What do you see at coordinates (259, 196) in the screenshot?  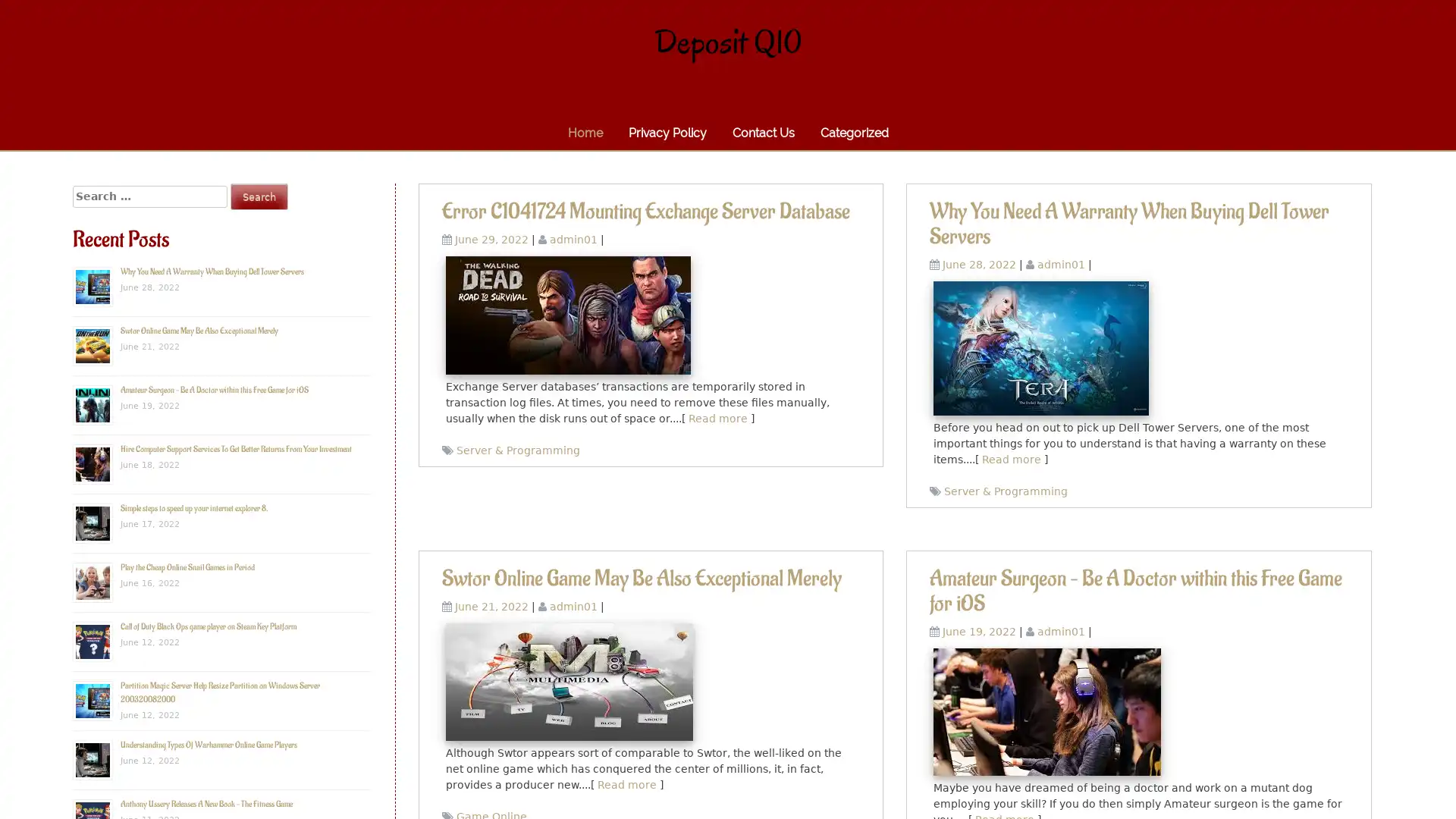 I see `Search` at bounding box center [259, 196].